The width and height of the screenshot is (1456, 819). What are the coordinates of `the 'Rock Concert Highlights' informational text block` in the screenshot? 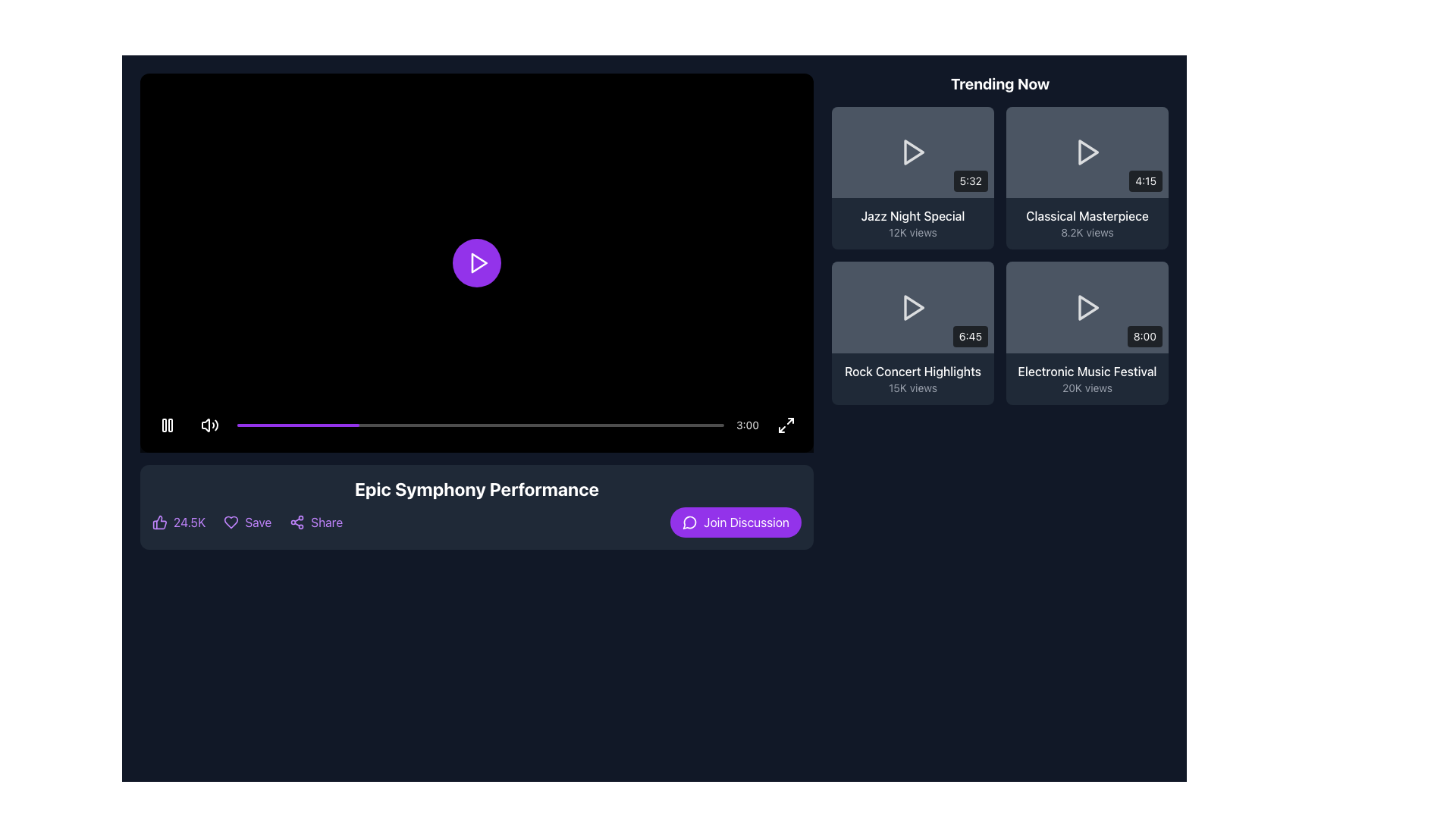 It's located at (912, 377).